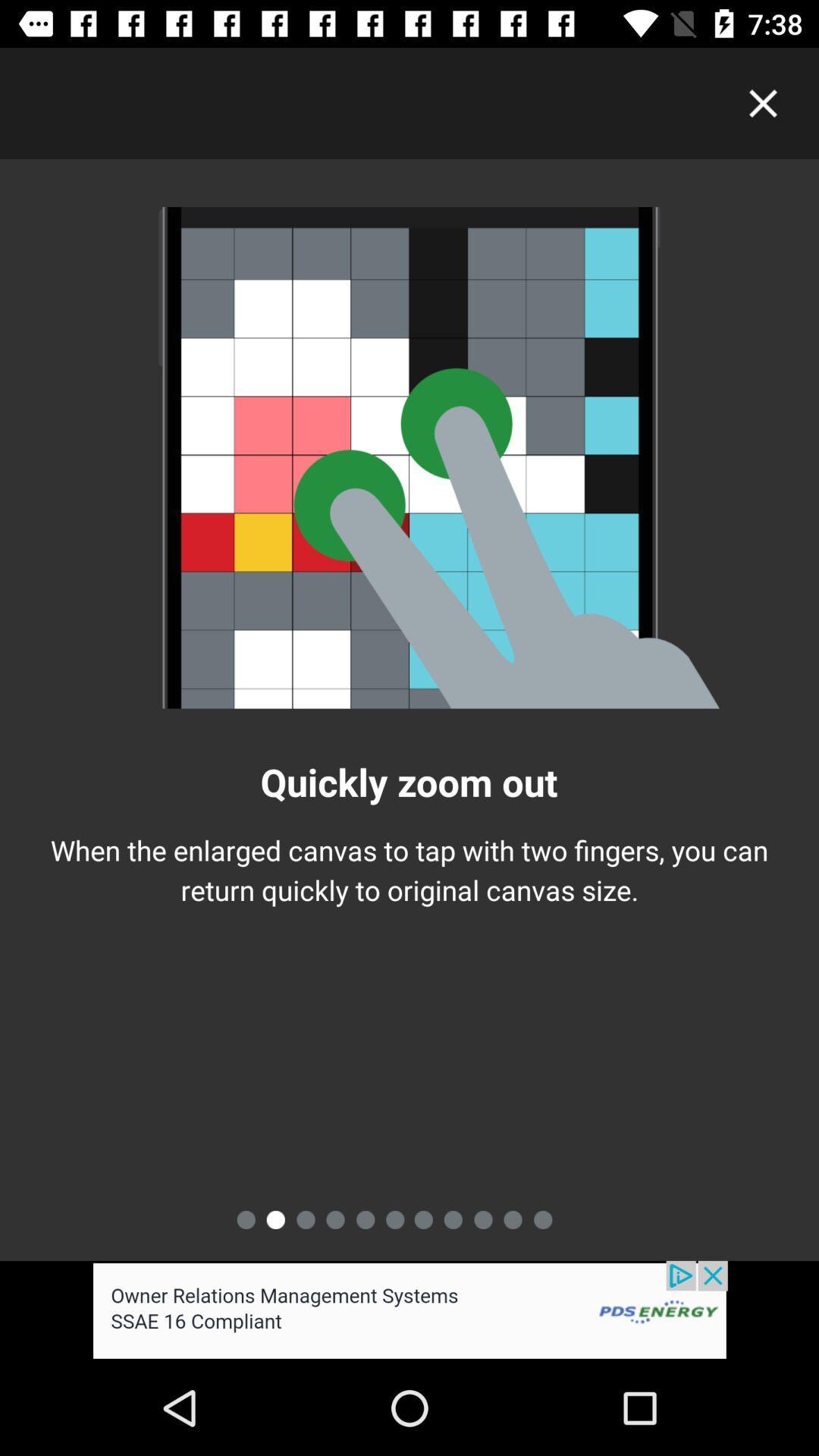 This screenshot has height=1456, width=819. What do you see at coordinates (409, 1310) in the screenshot?
I see `the advertisement` at bounding box center [409, 1310].